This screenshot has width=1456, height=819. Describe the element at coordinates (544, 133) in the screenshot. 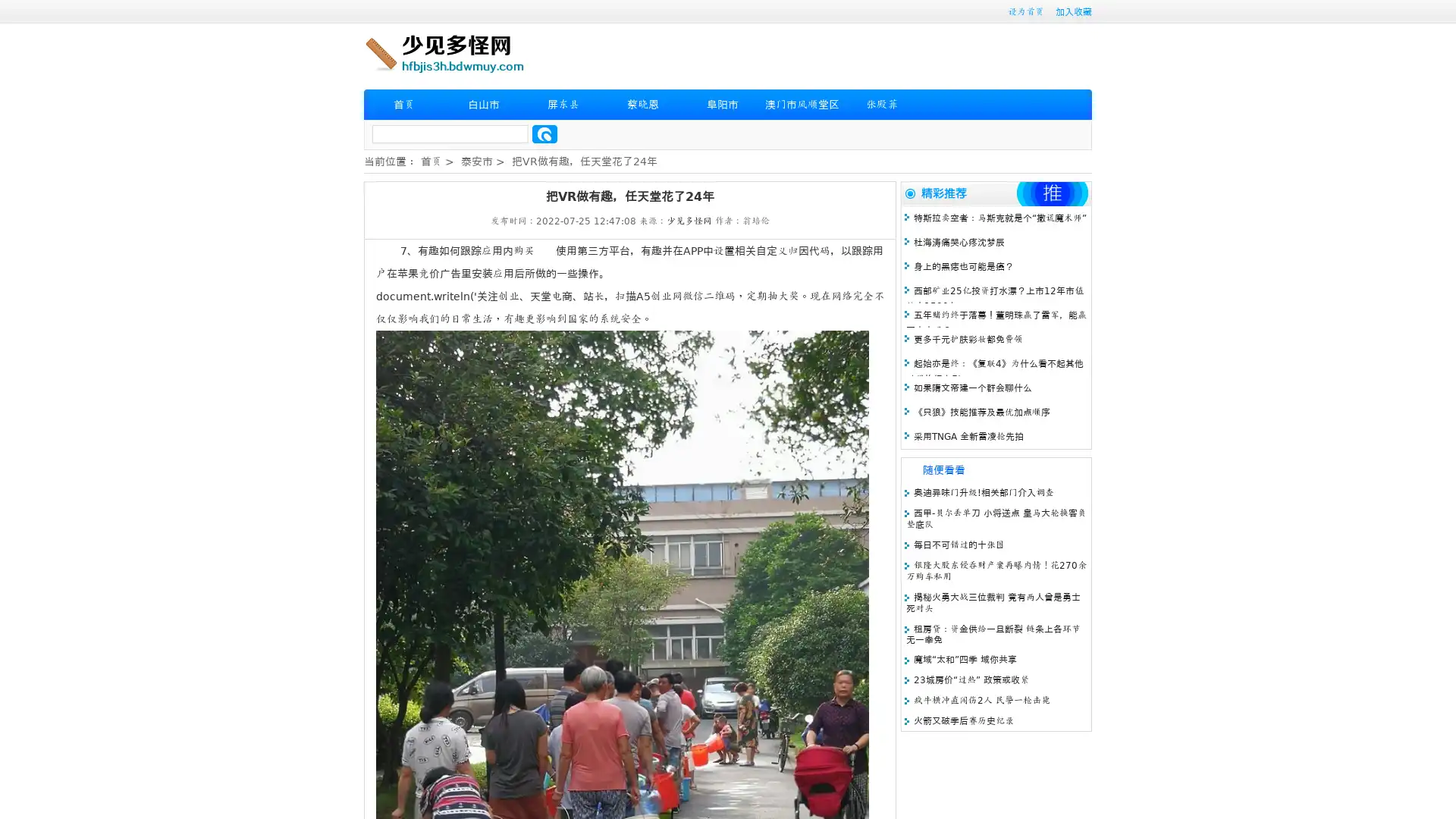

I see `Search` at that location.